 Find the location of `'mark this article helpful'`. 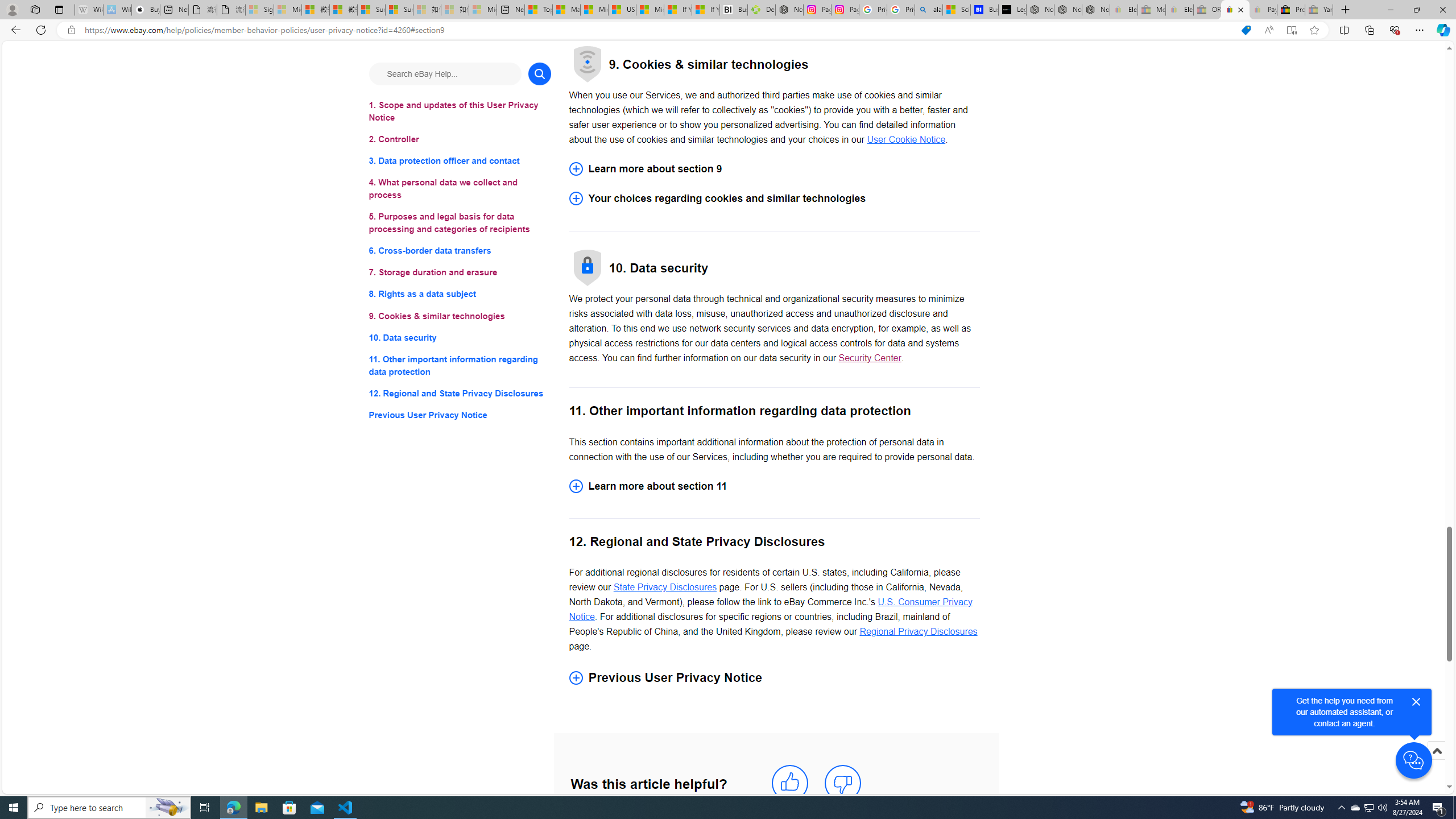

'mark this article helpful' is located at coordinates (789, 782).